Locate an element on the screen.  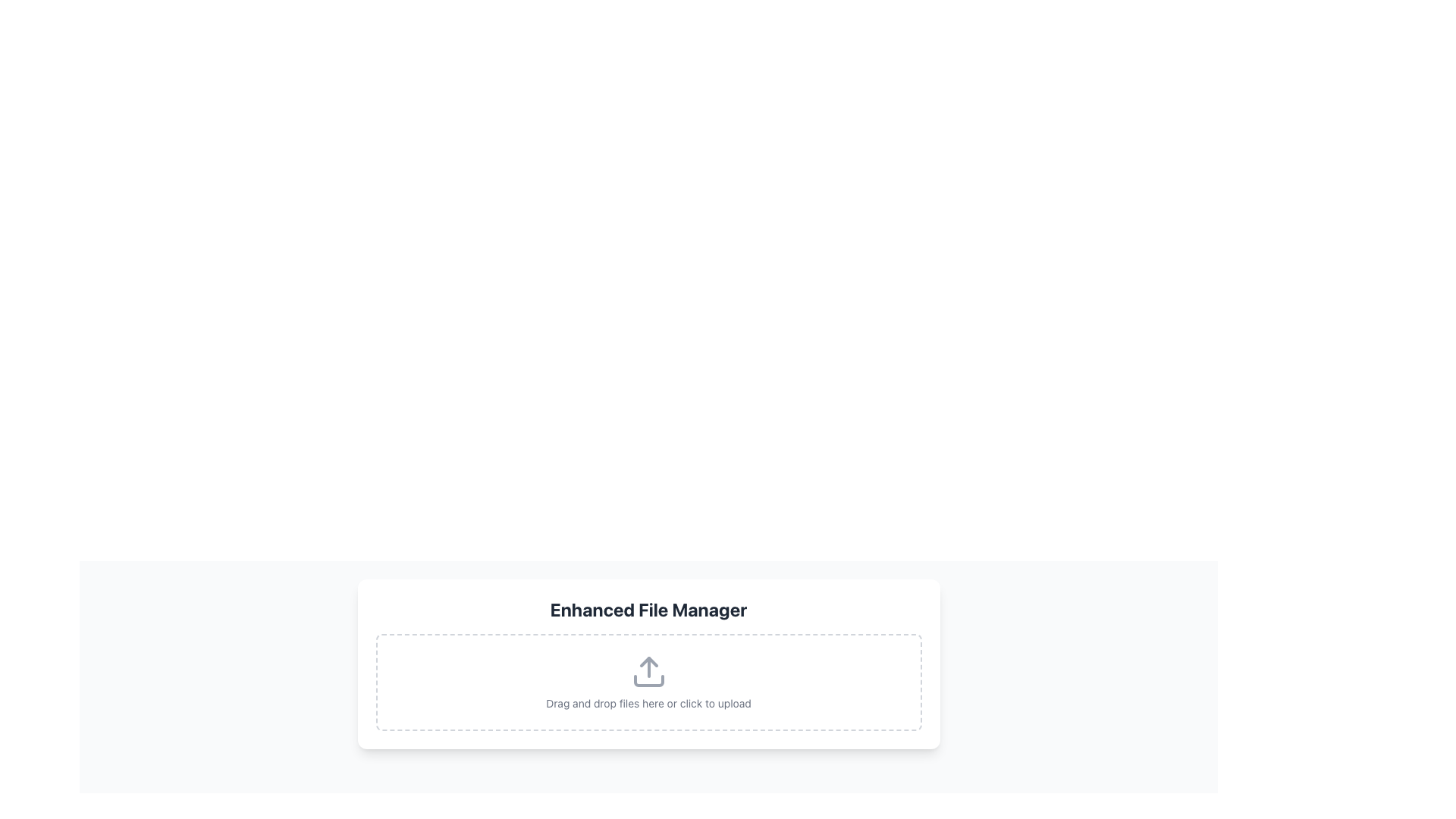
and drop files onto the interactive dropzone for file uploads, which is a rectangular area with a dashed border and rounded corners, containing an upward arrow icon and the text 'Drag and drop files here or click is located at coordinates (648, 681).